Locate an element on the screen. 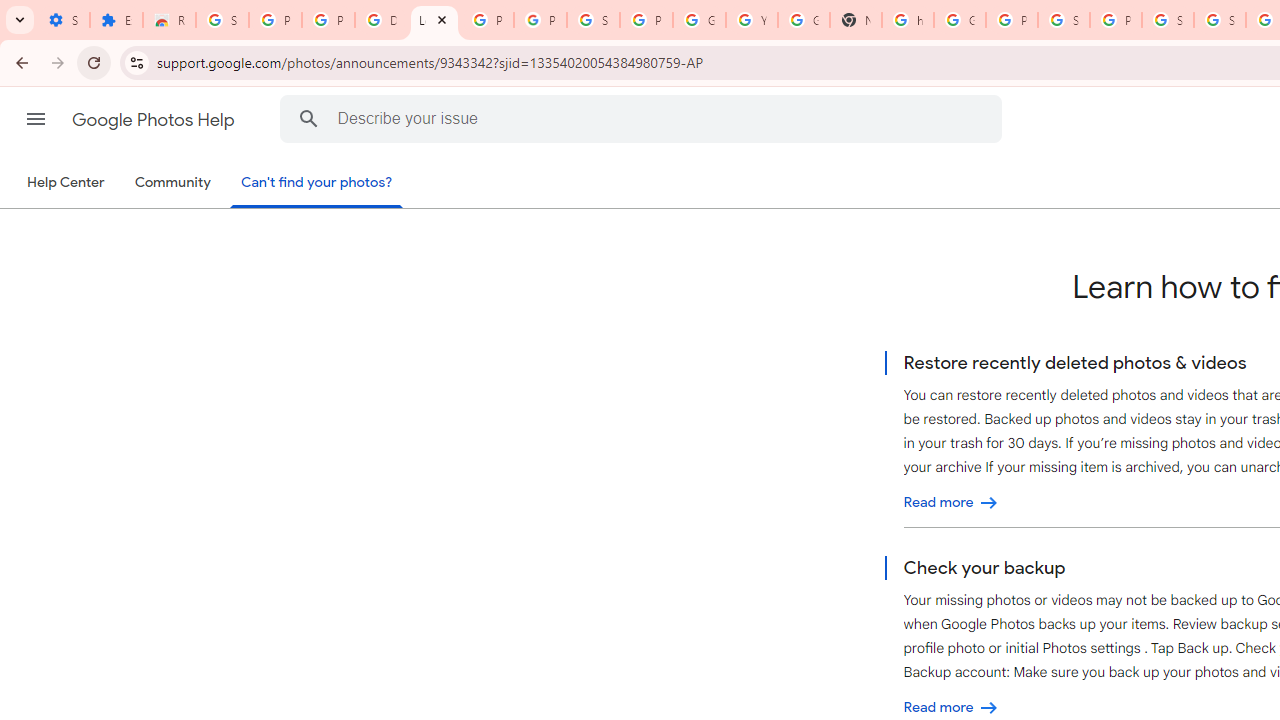 This screenshot has height=720, width=1280. 'Delete photos & videos - Computer - Google Photos Help' is located at coordinates (381, 20).